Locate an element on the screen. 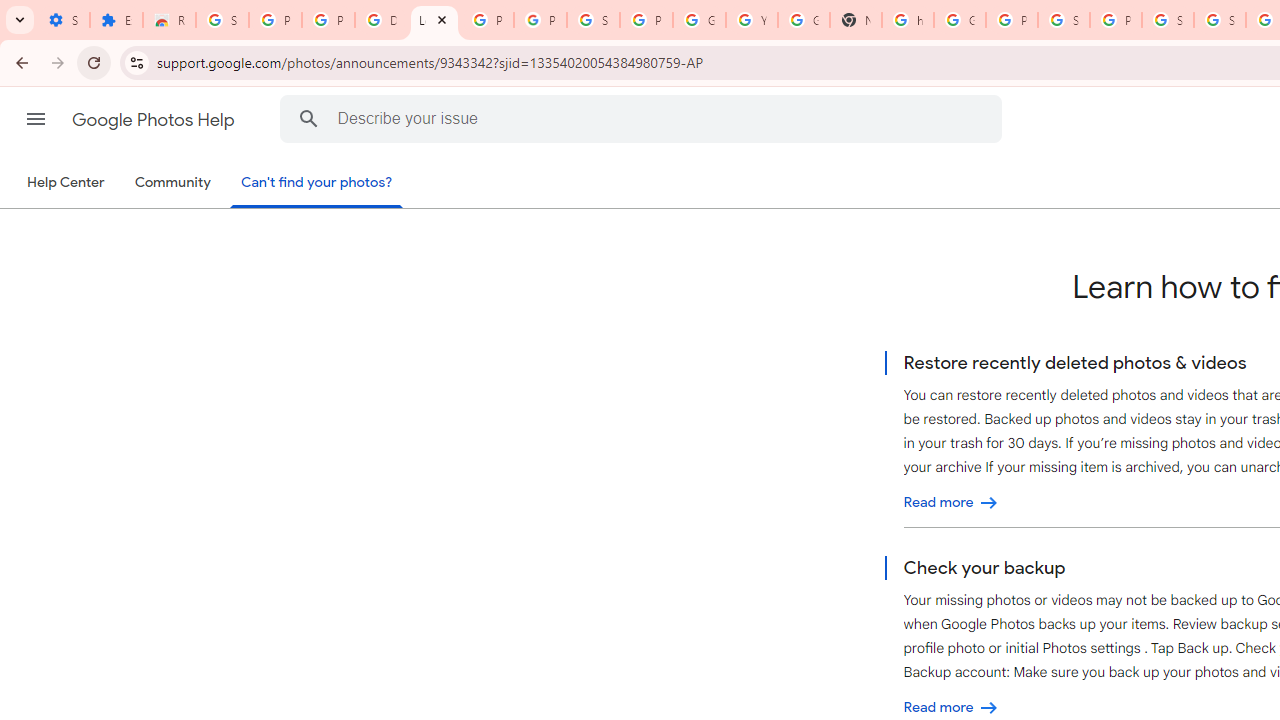 This screenshot has height=720, width=1280. 'Delete photos & videos - Computer - Google Photos Help' is located at coordinates (381, 20).